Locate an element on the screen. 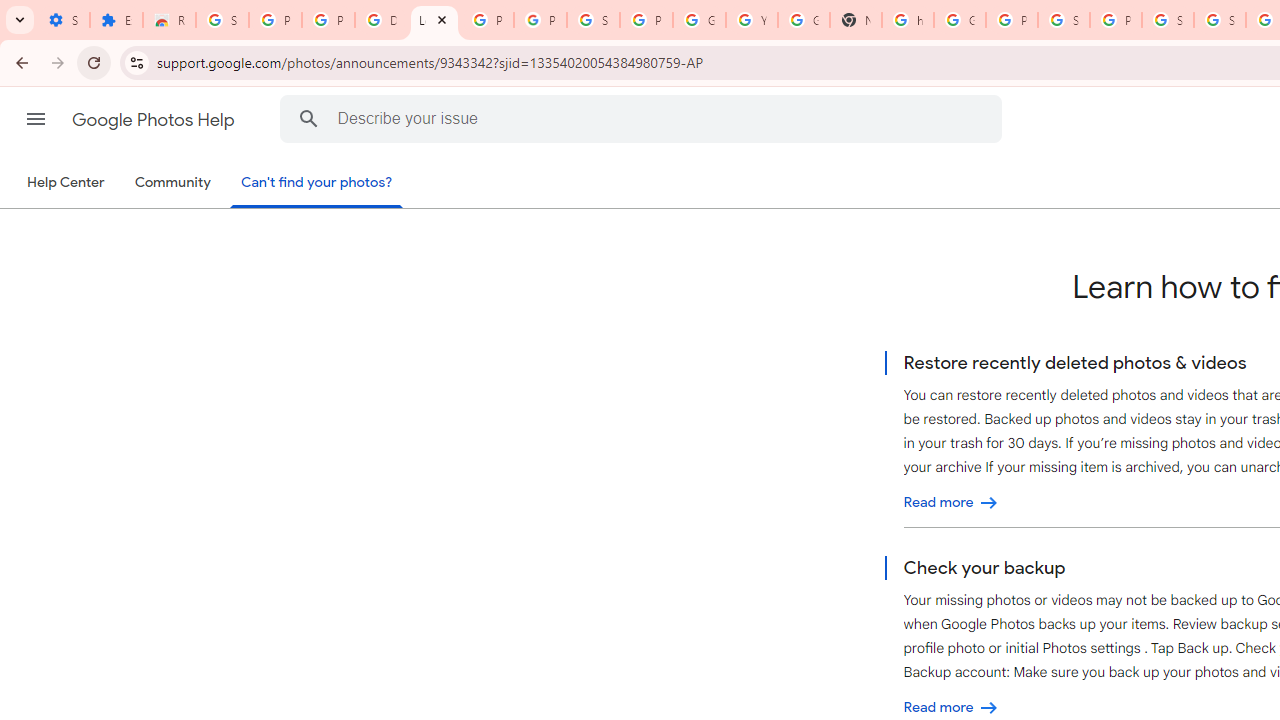 This screenshot has height=720, width=1280. 'Delete photos & videos - Computer - Google Photos Help' is located at coordinates (381, 20).